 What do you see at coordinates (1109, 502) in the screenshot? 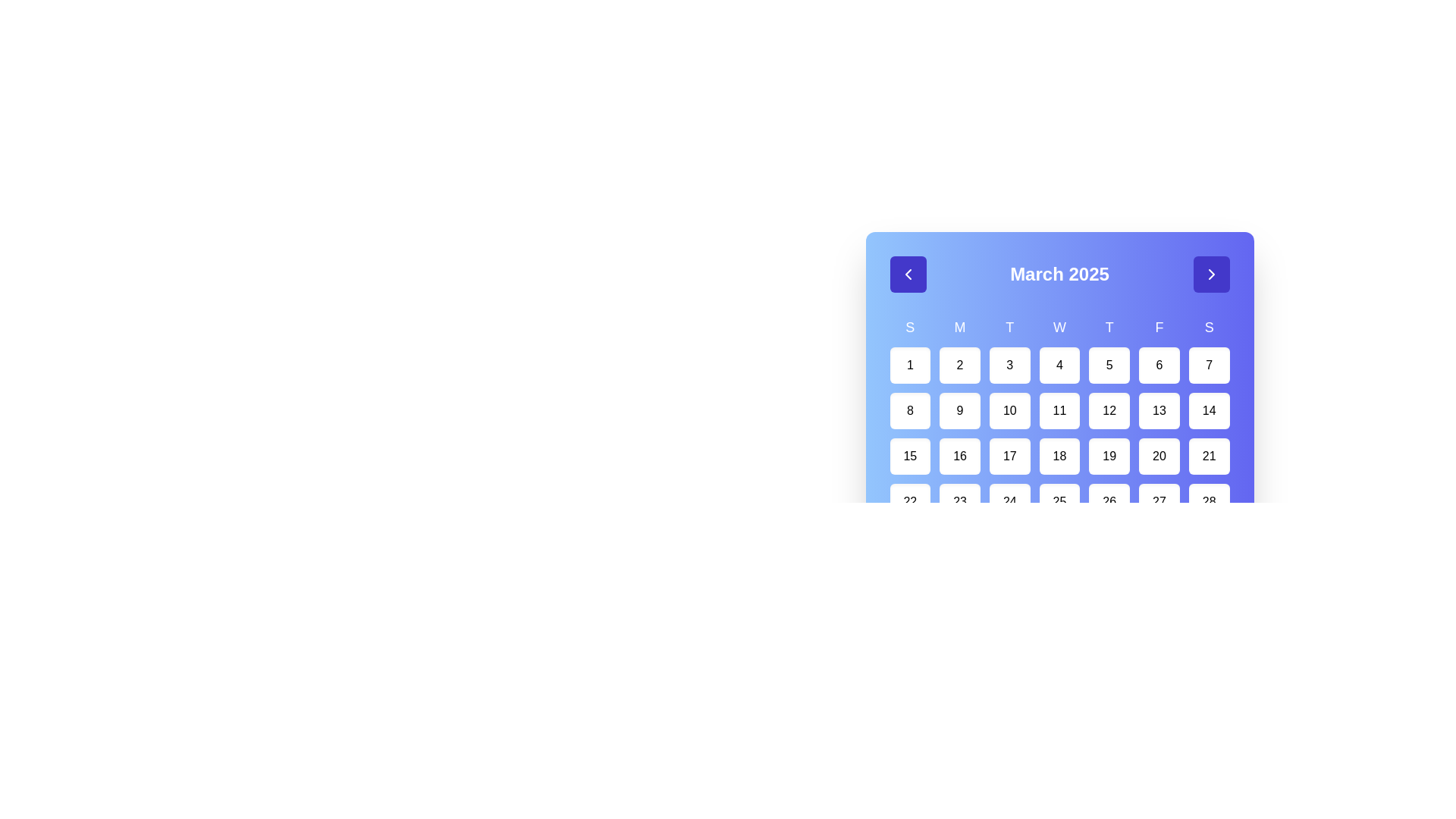
I see `the calendar date button displaying '26' within a white, rounded square box` at bounding box center [1109, 502].